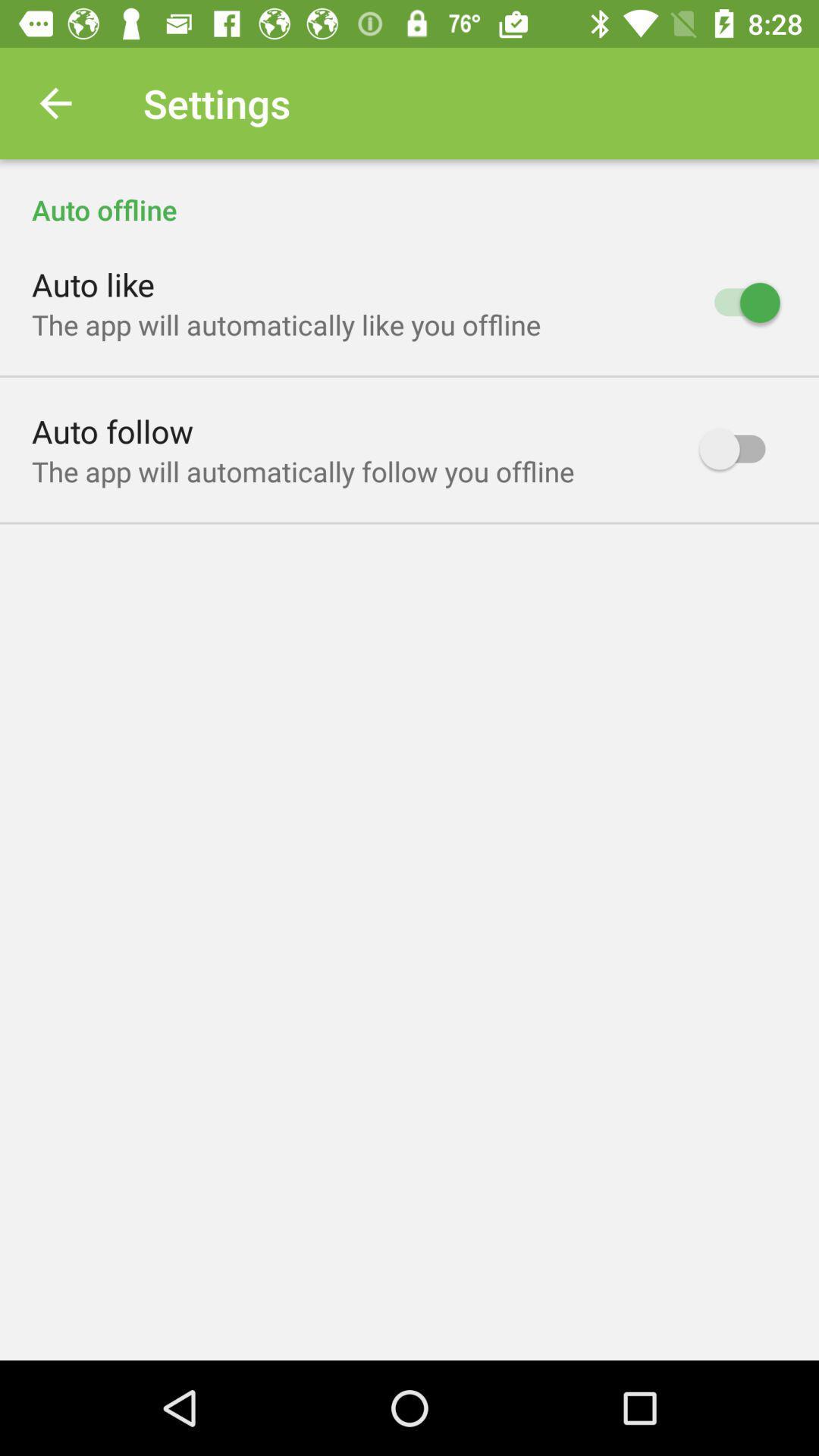 The image size is (819, 1456). What do you see at coordinates (111, 430) in the screenshot?
I see `the auto follow icon` at bounding box center [111, 430].